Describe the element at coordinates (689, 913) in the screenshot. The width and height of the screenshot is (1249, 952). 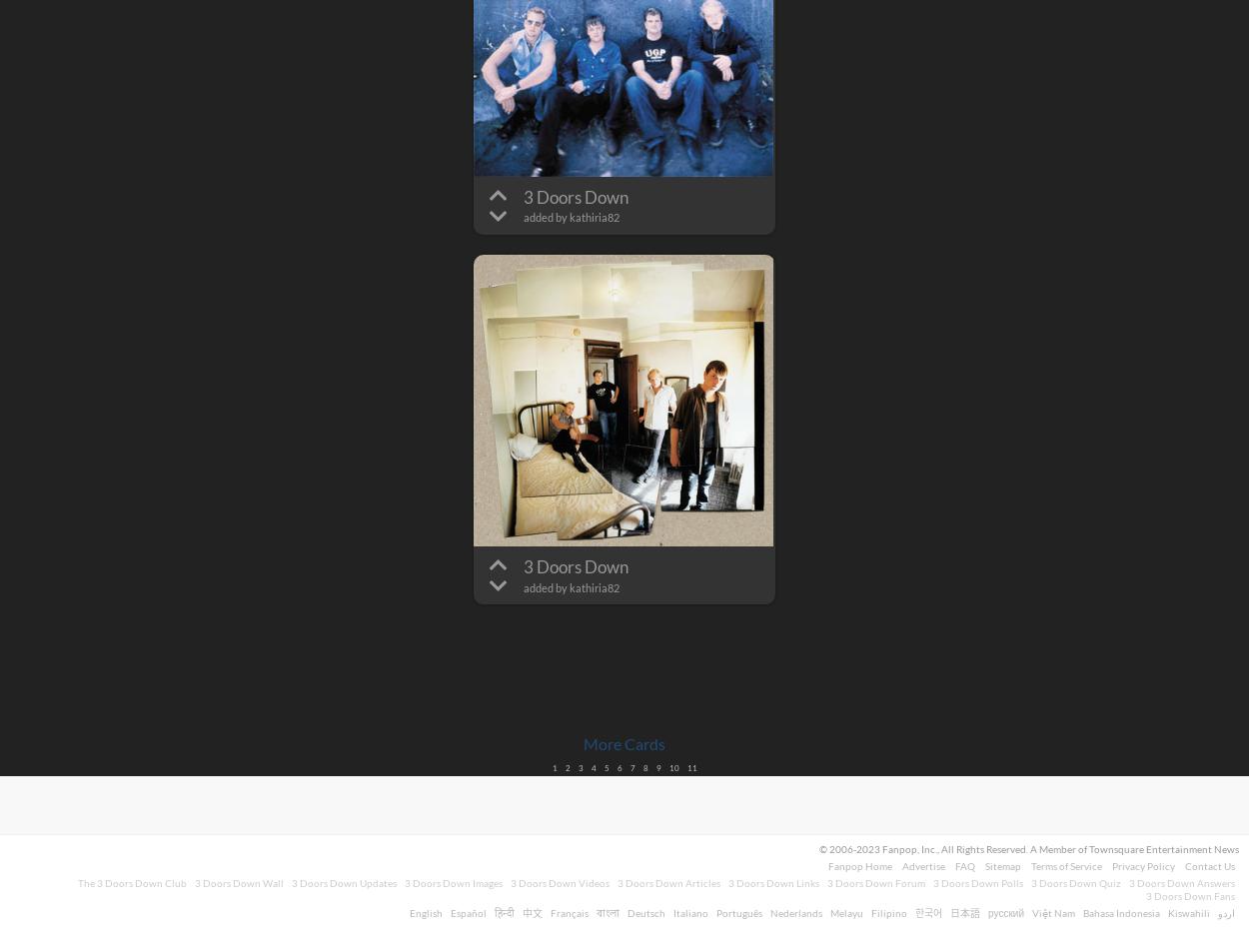
I see `'Italiano'` at that location.